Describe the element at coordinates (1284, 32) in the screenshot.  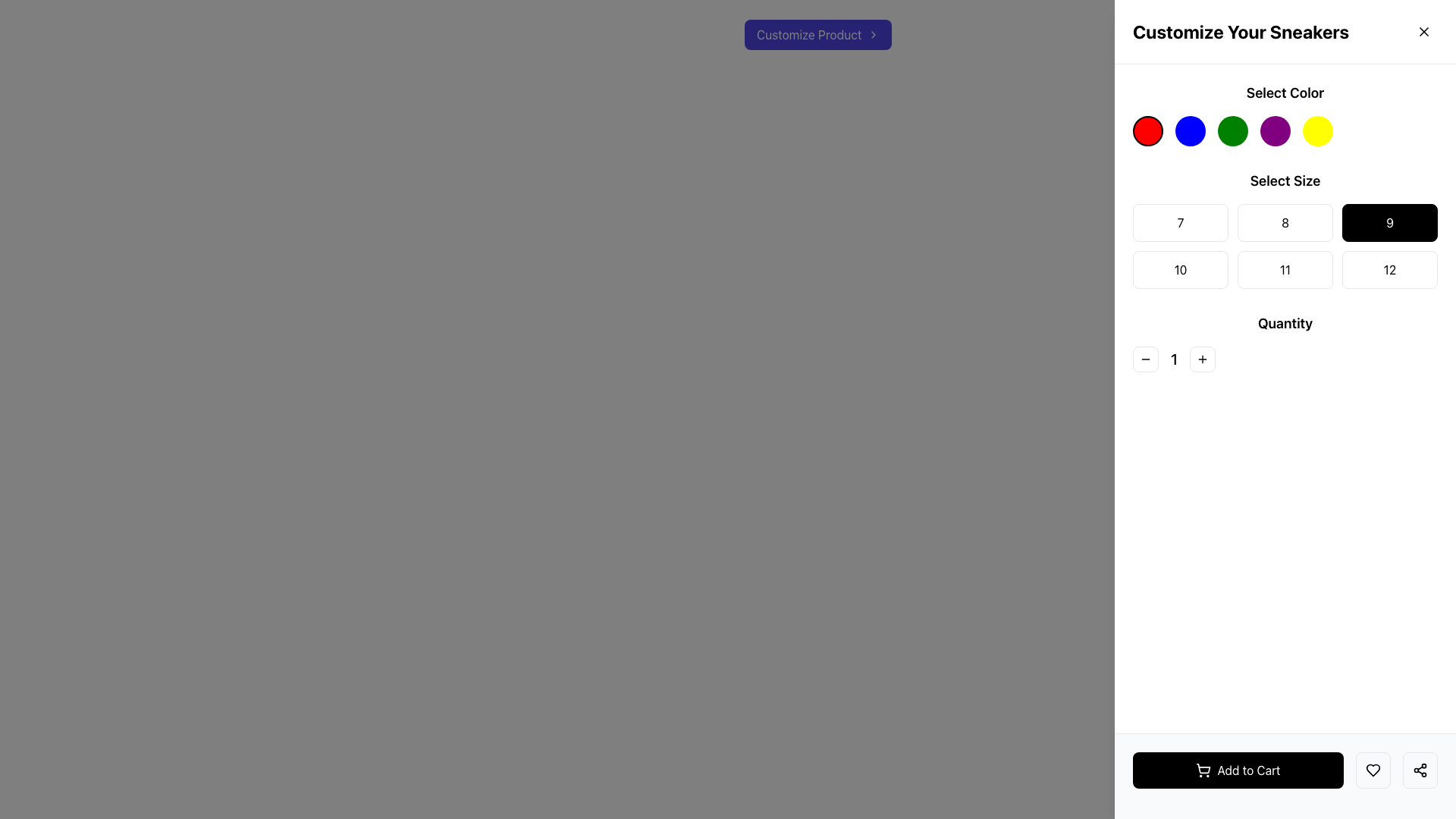
I see `text heading that serves as the title for the sneaker customization panel, located in the upper section of the right sidebar` at that location.